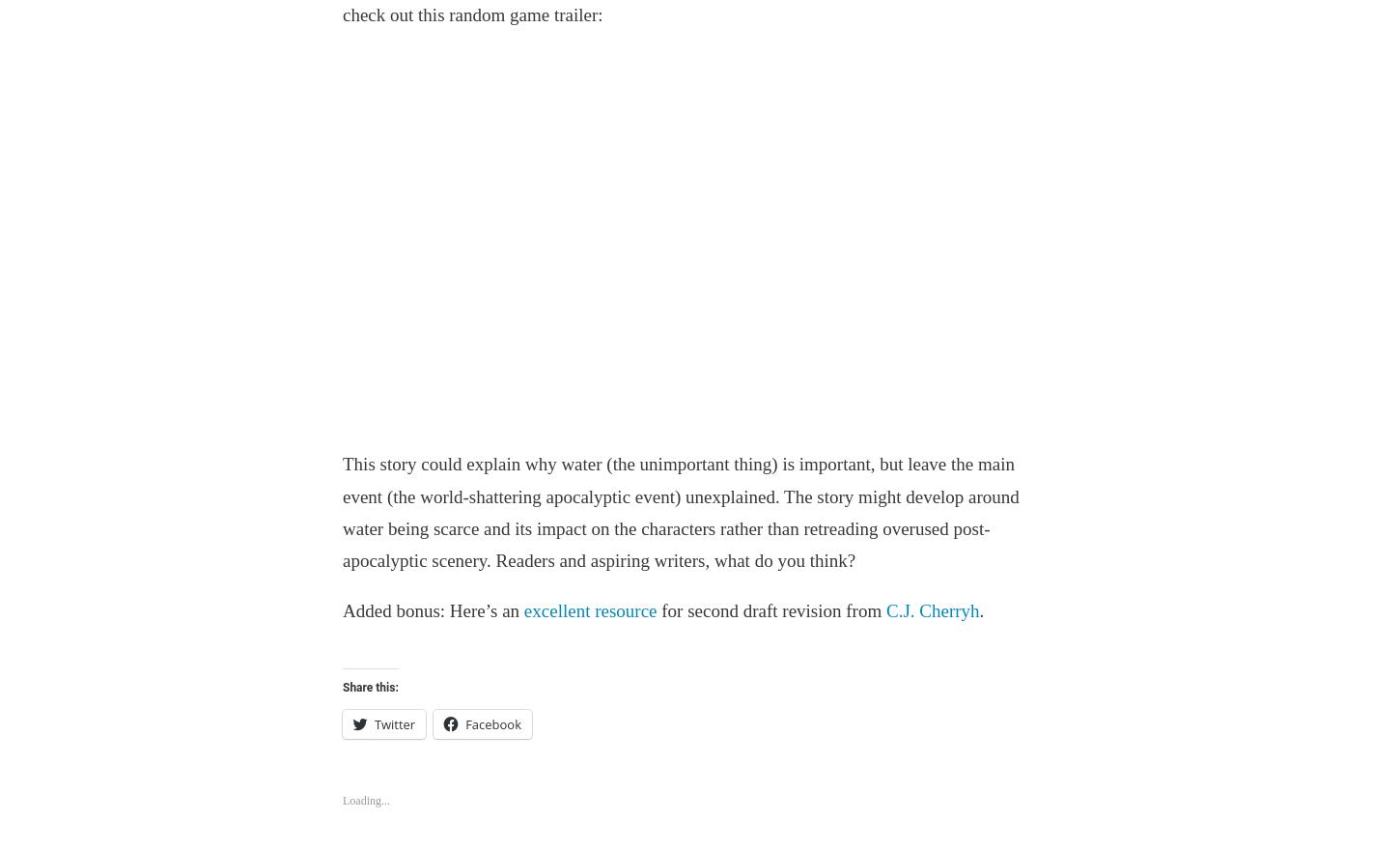 The height and width of the screenshot is (849, 1400). What do you see at coordinates (432, 610) in the screenshot?
I see `'Added bonus: Here’s an'` at bounding box center [432, 610].